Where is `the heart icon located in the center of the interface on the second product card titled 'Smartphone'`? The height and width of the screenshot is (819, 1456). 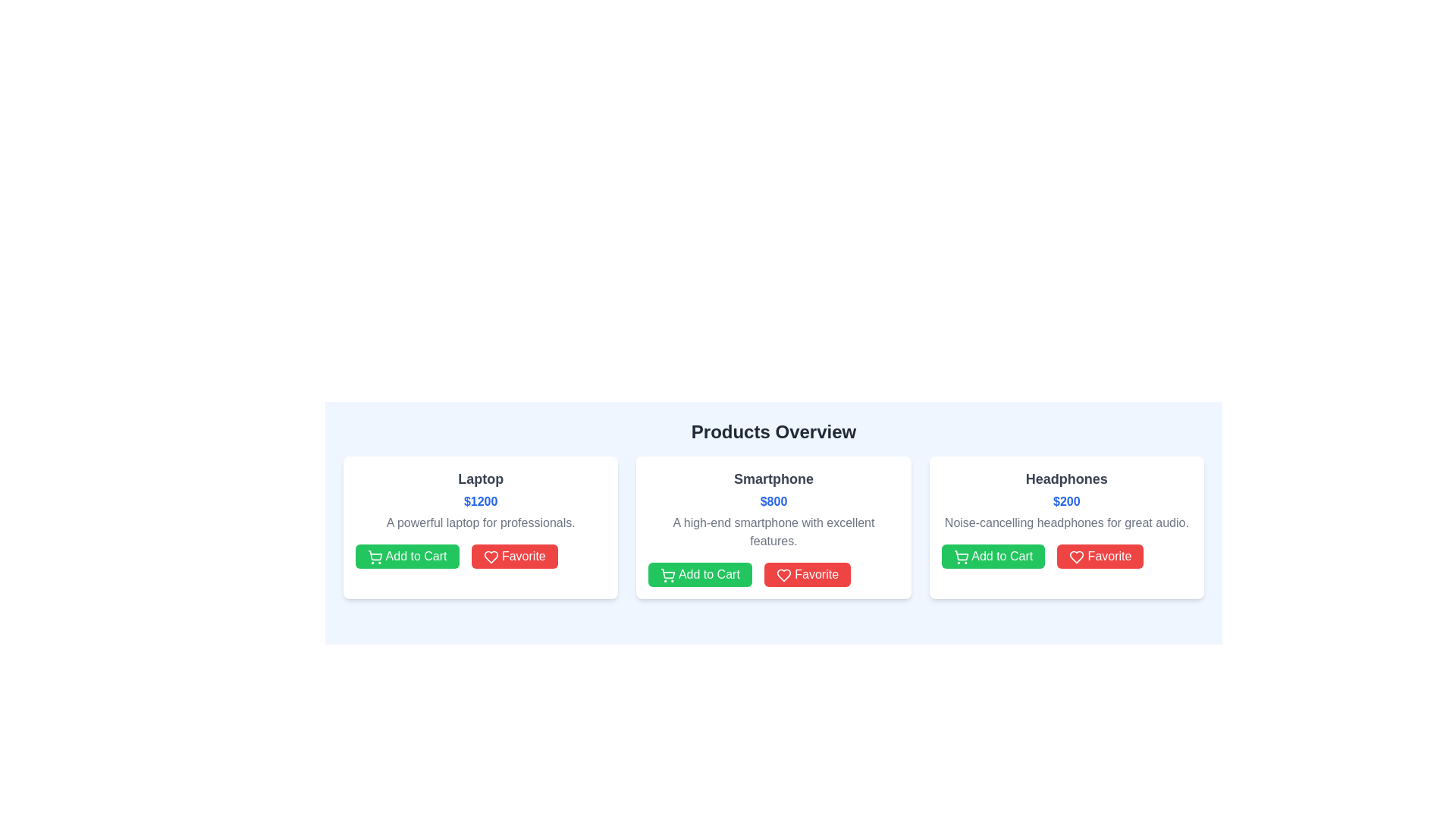
the heart icon located in the center of the interface on the second product card titled 'Smartphone' is located at coordinates (783, 575).